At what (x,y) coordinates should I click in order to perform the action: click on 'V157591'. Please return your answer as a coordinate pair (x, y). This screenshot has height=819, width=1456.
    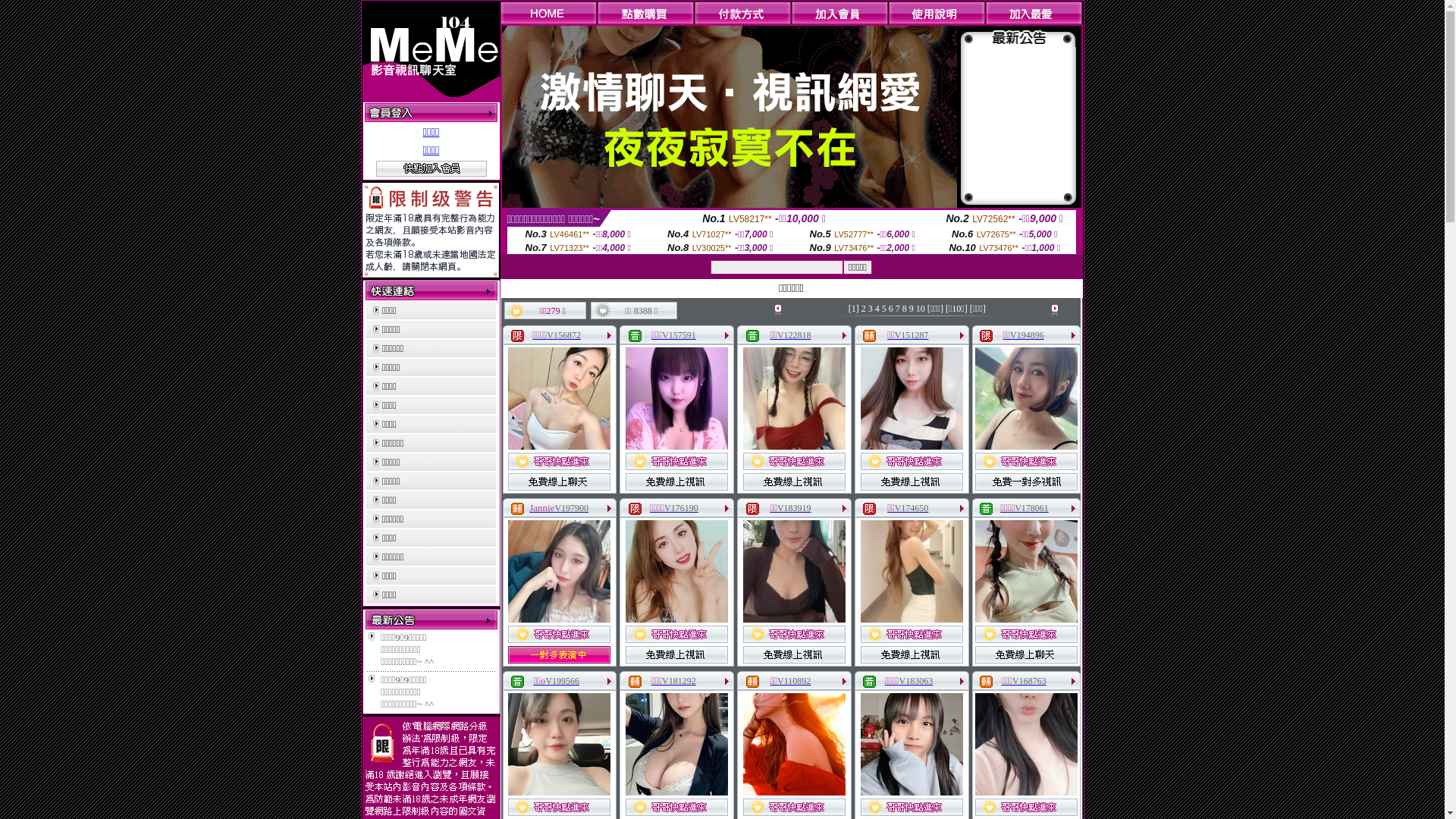
    Looking at the image, I should click on (678, 334).